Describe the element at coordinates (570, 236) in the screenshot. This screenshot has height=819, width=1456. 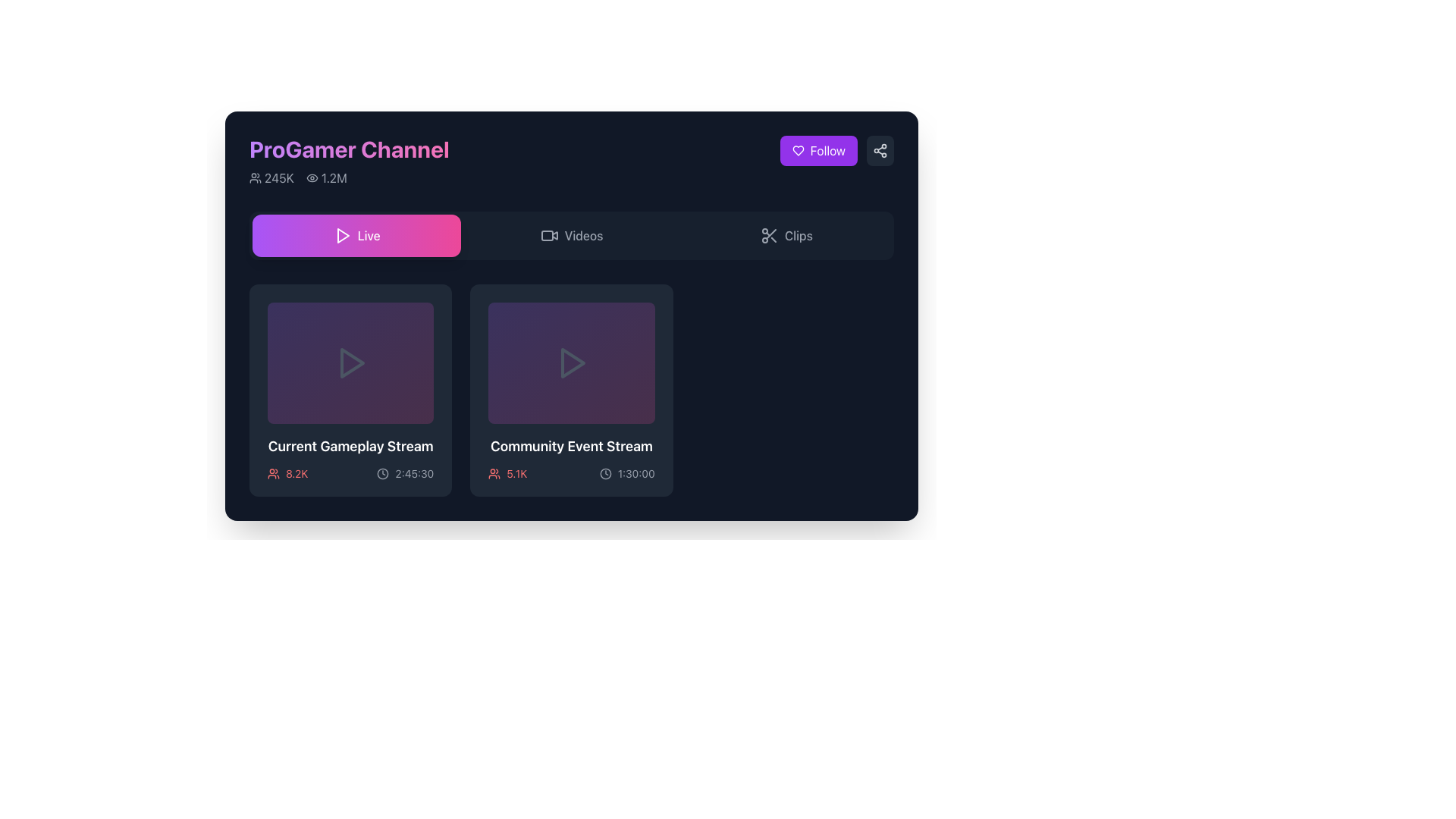
I see `the specific menu item in the Navigation menu bar located below the 'ProGamer Channel' title` at that location.